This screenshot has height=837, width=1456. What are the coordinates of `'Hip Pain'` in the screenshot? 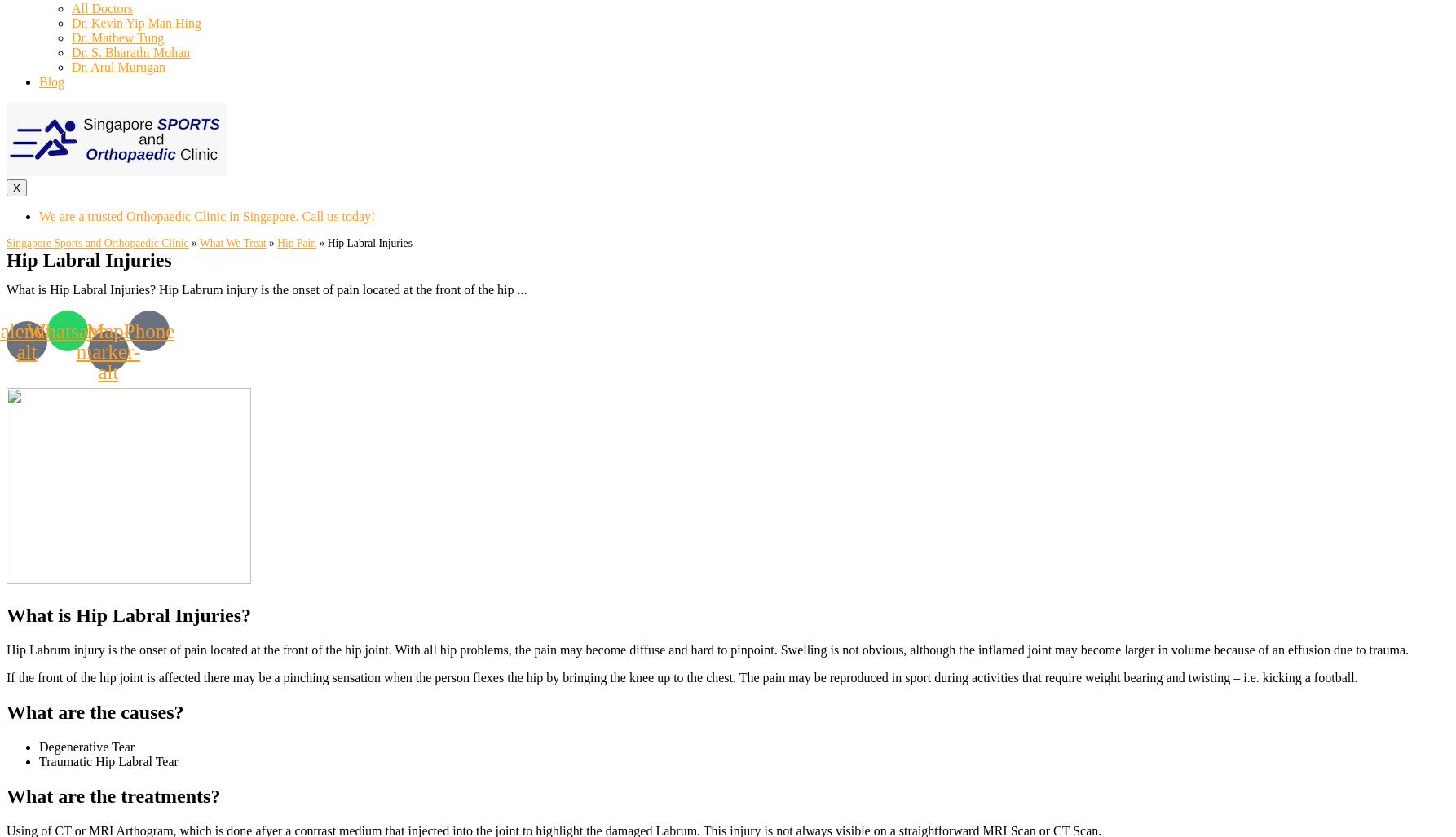 It's located at (296, 242).